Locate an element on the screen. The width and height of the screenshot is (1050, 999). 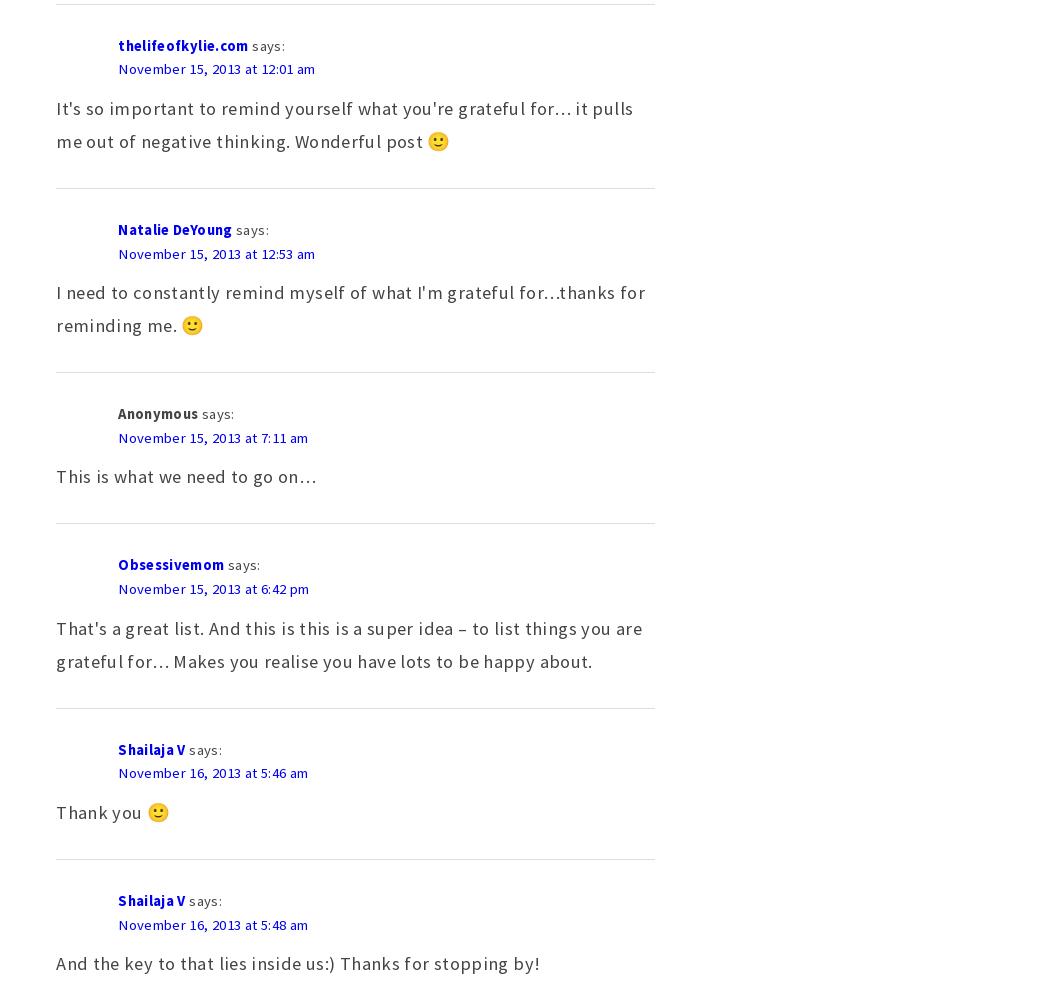
'November 15, 2013 at 6:42 pm' is located at coordinates (212, 589).